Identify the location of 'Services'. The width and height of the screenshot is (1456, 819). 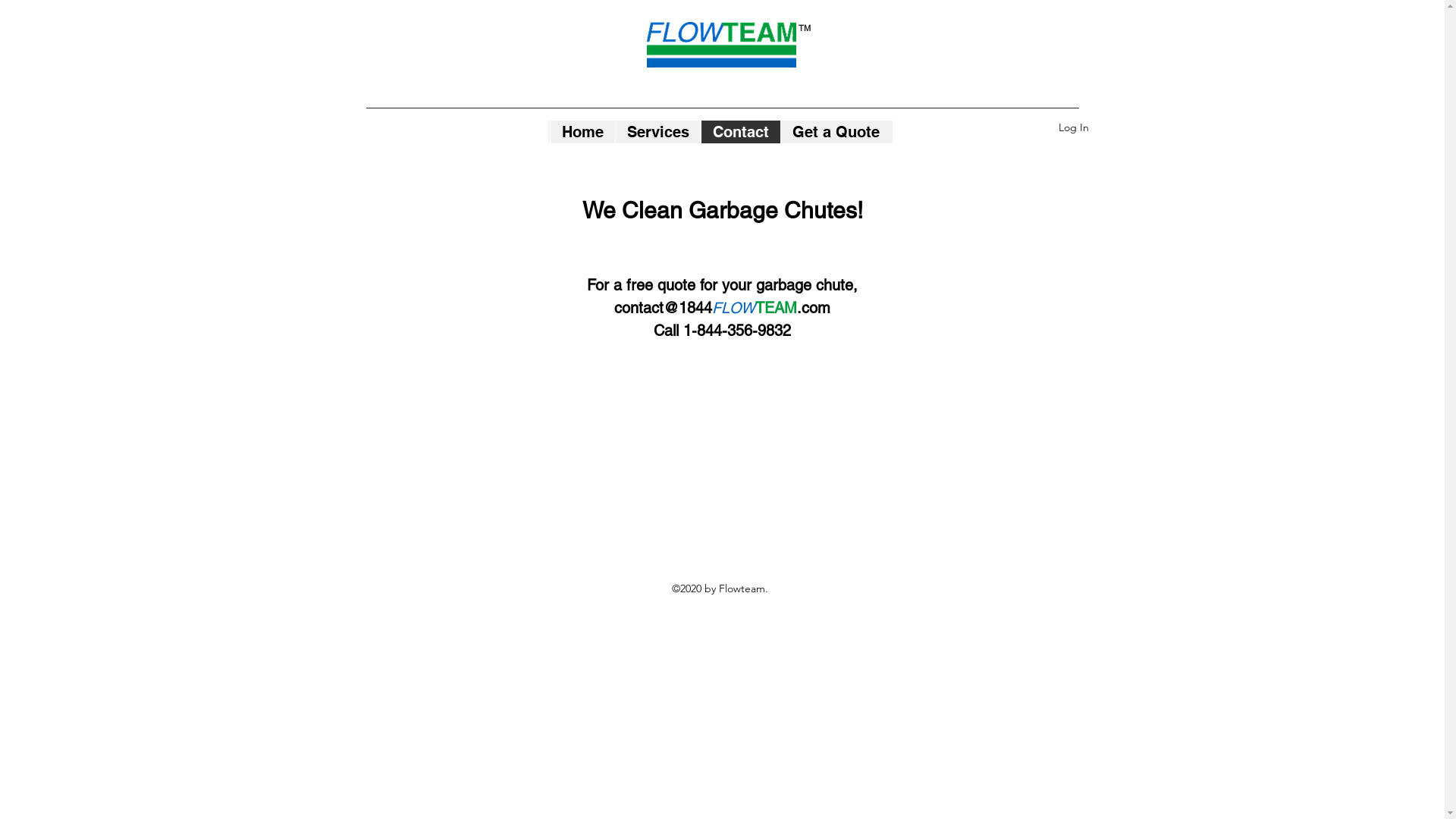
(614, 130).